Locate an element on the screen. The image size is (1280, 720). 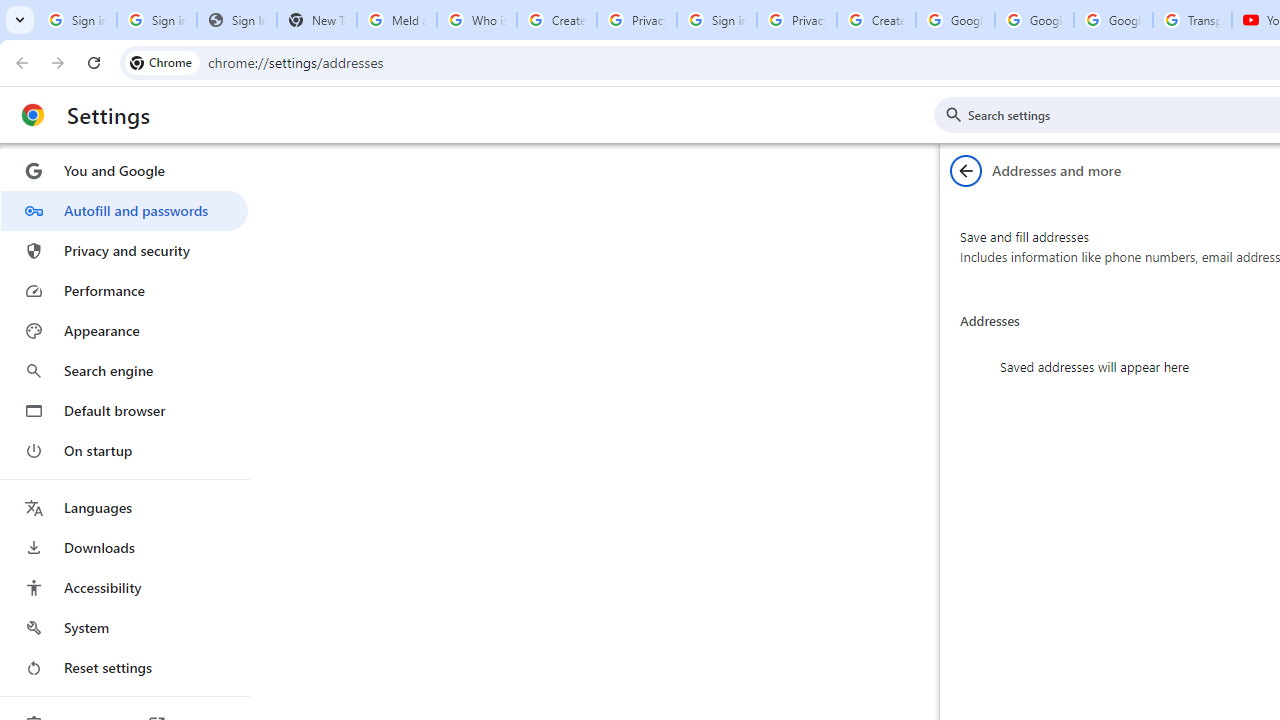
'On startup' is located at coordinates (123, 451).